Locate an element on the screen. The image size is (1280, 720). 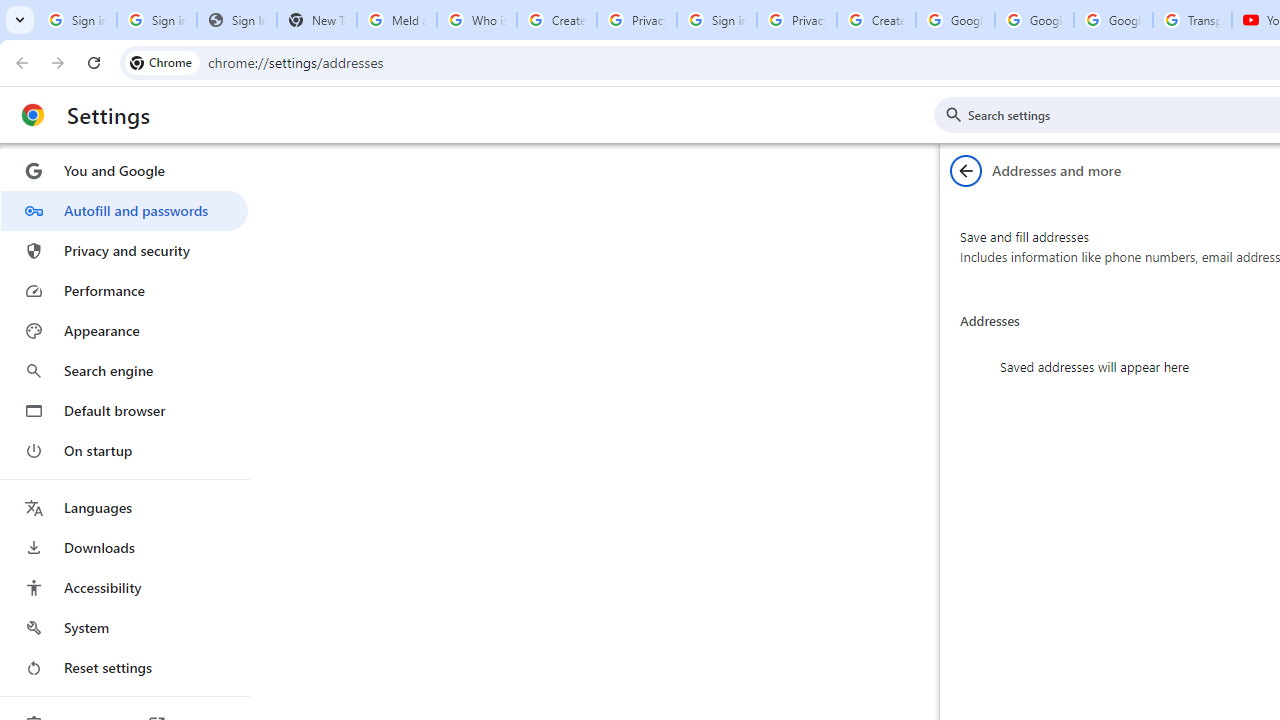
'On startup' is located at coordinates (123, 451).